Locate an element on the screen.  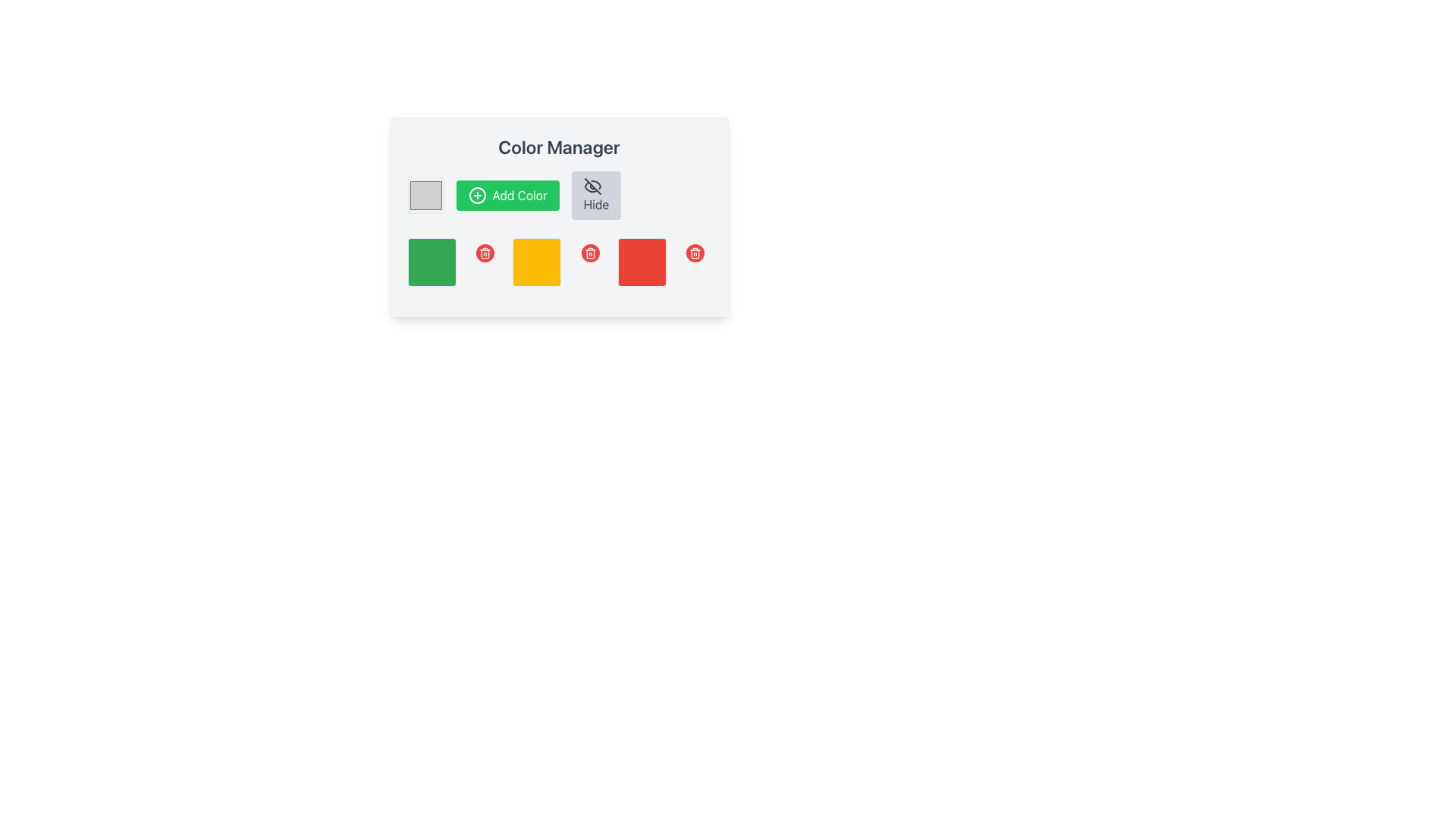
the red color block element, which is the third box in the second row of the color management interface is located at coordinates (664, 262).